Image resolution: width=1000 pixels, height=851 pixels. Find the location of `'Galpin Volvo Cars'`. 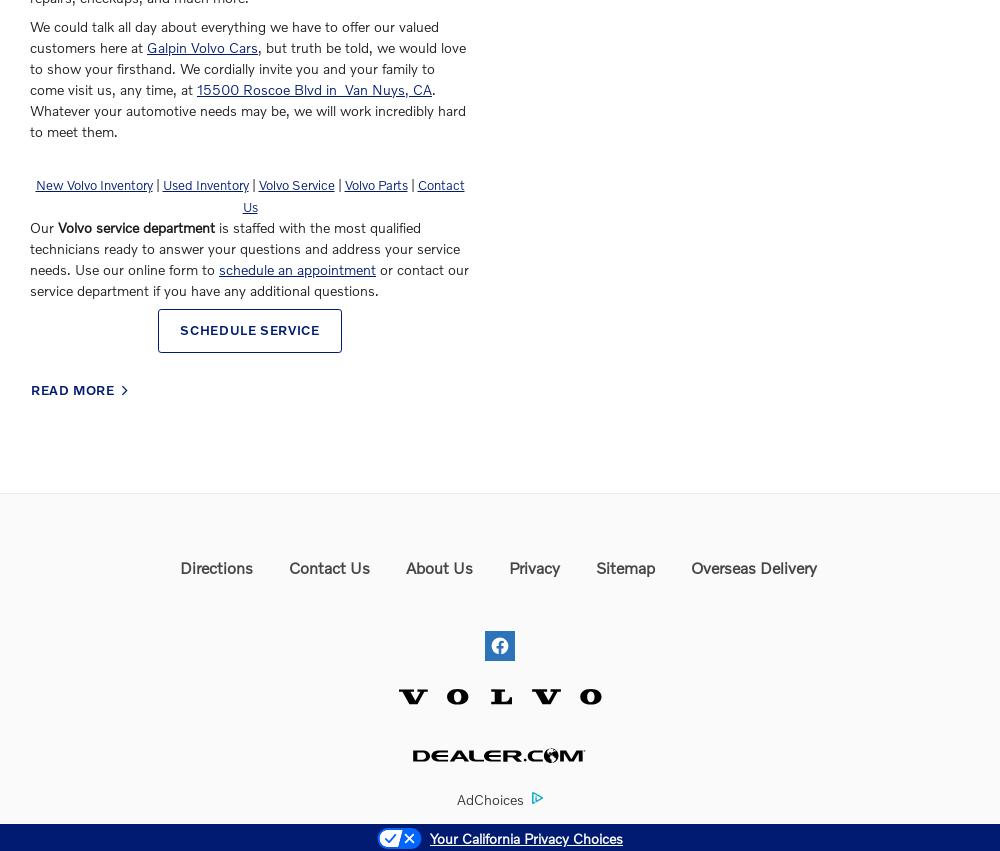

'Galpin Volvo Cars' is located at coordinates (201, 47).